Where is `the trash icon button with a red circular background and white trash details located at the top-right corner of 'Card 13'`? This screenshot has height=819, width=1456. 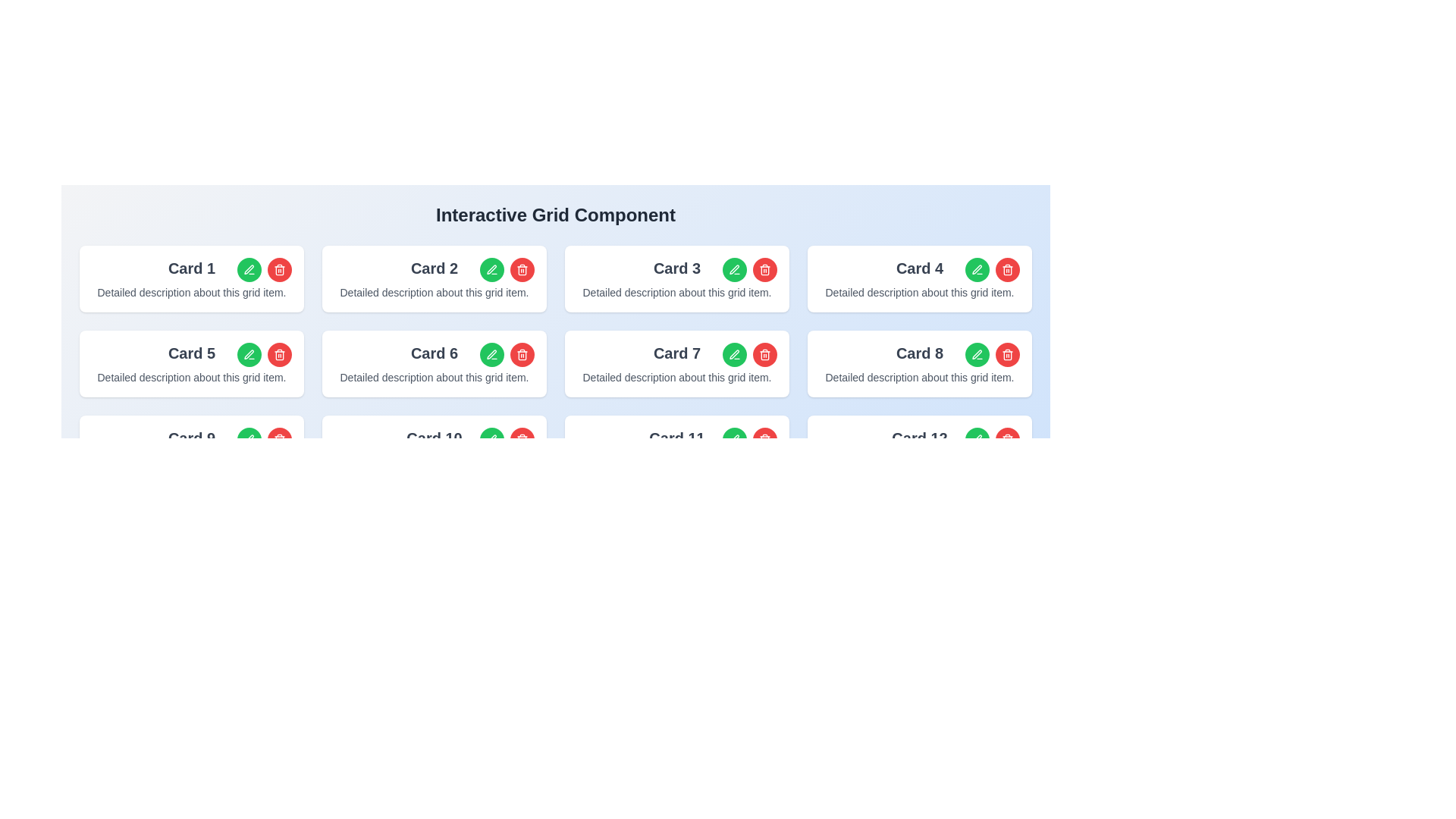
the trash icon button with a red circular background and white trash details located at the top-right corner of 'Card 13' is located at coordinates (1008, 439).